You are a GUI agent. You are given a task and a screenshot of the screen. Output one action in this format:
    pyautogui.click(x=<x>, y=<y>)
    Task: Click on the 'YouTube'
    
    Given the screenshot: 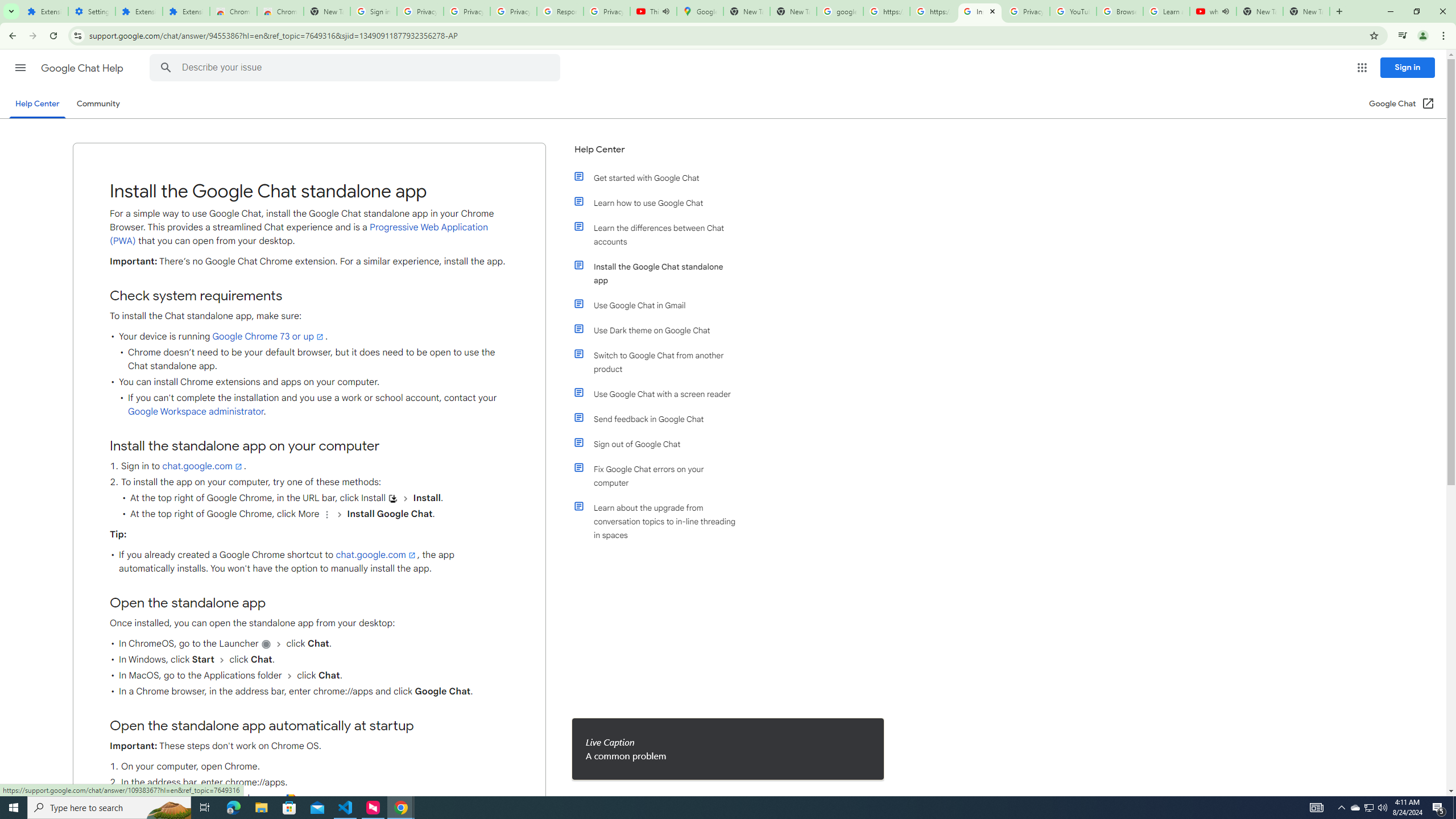 What is the action you would take?
    pyautogui.click(x=1073, y=11)
    